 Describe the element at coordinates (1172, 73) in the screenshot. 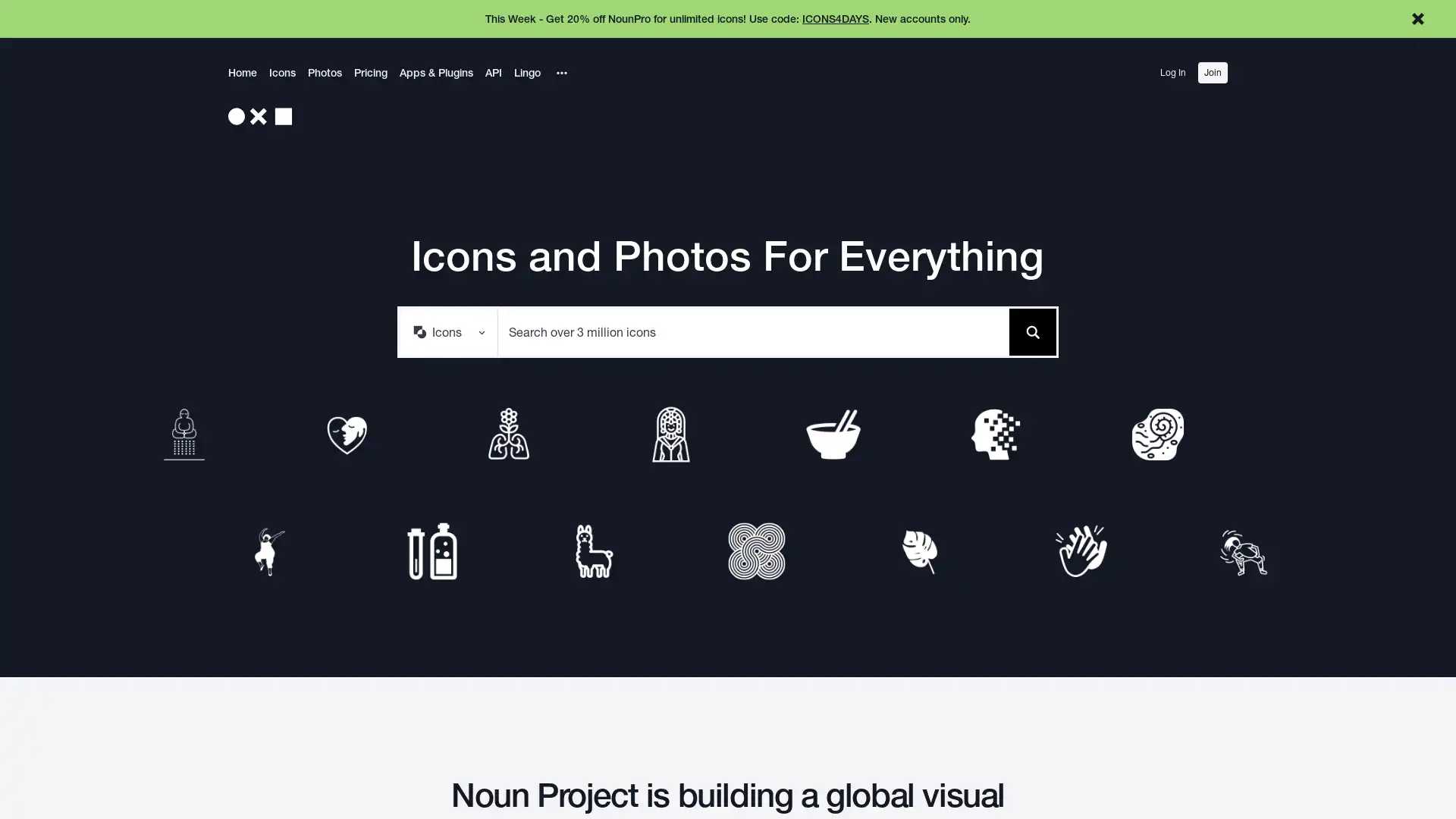

I see `Log In` at that location.